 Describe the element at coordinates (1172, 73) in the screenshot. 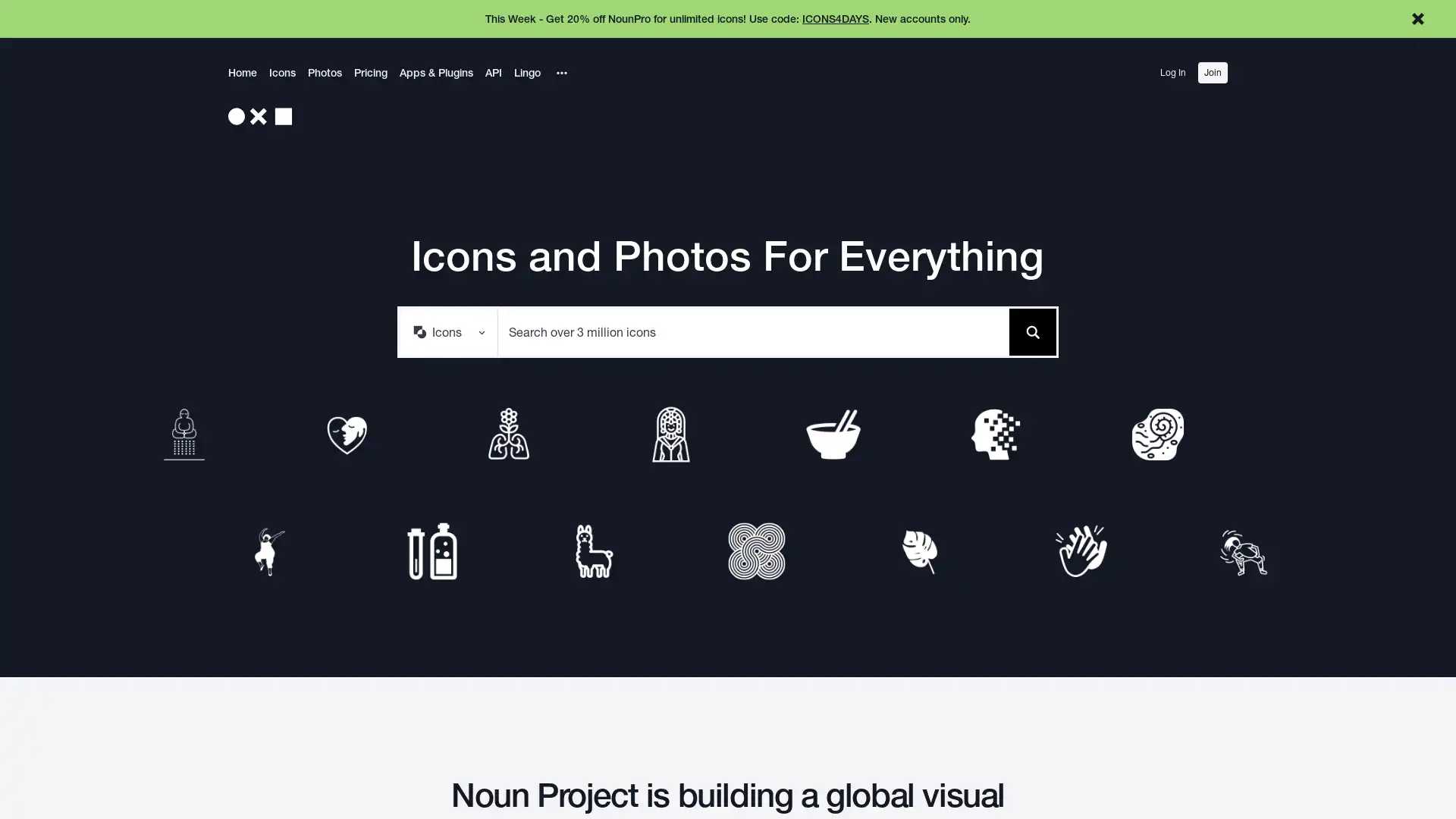

I see `Log In` at that location.